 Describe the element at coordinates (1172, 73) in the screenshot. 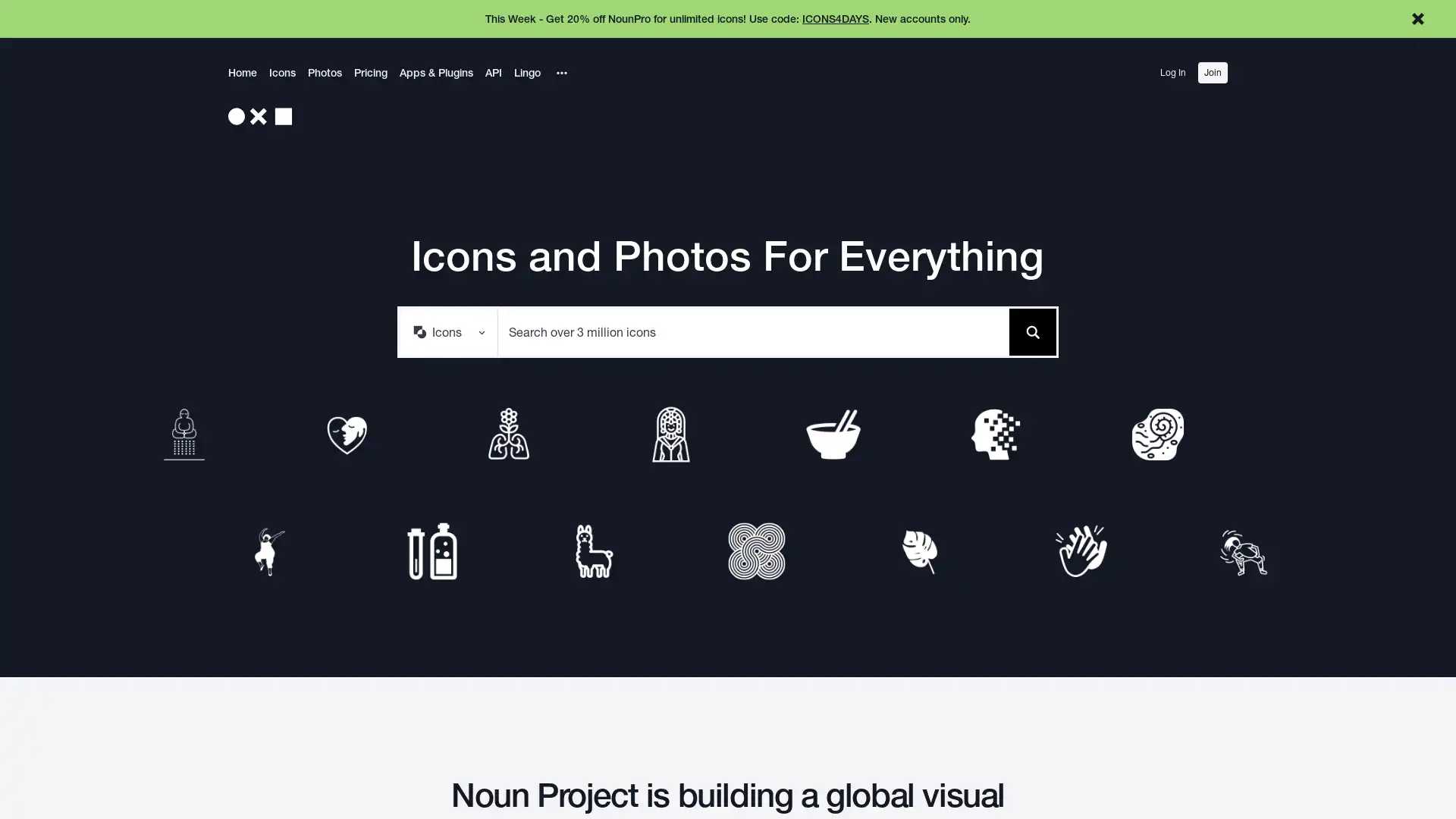

I see `Log In` at that location.